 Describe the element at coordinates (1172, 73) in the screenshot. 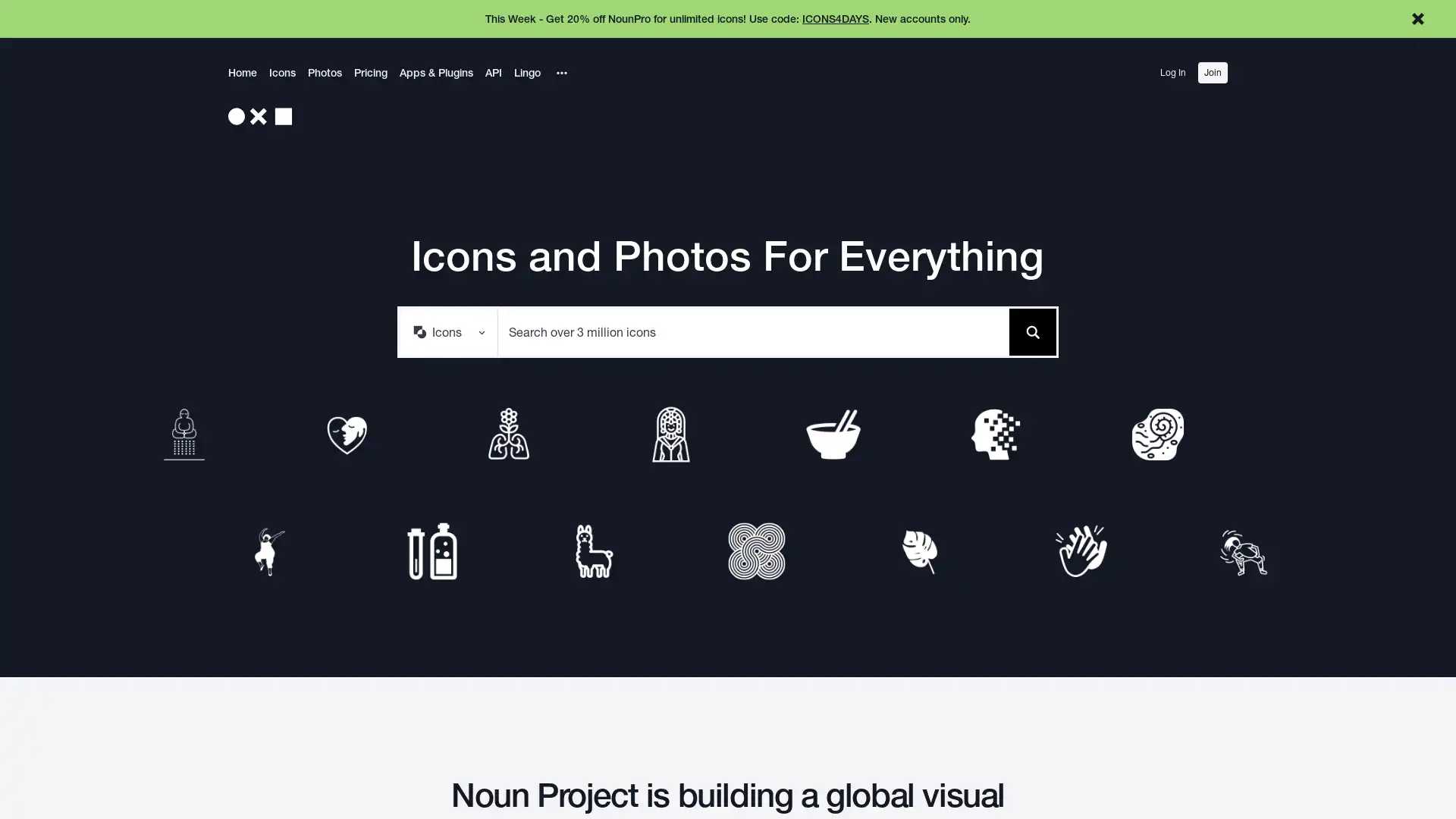

I see `Log In` at that location.